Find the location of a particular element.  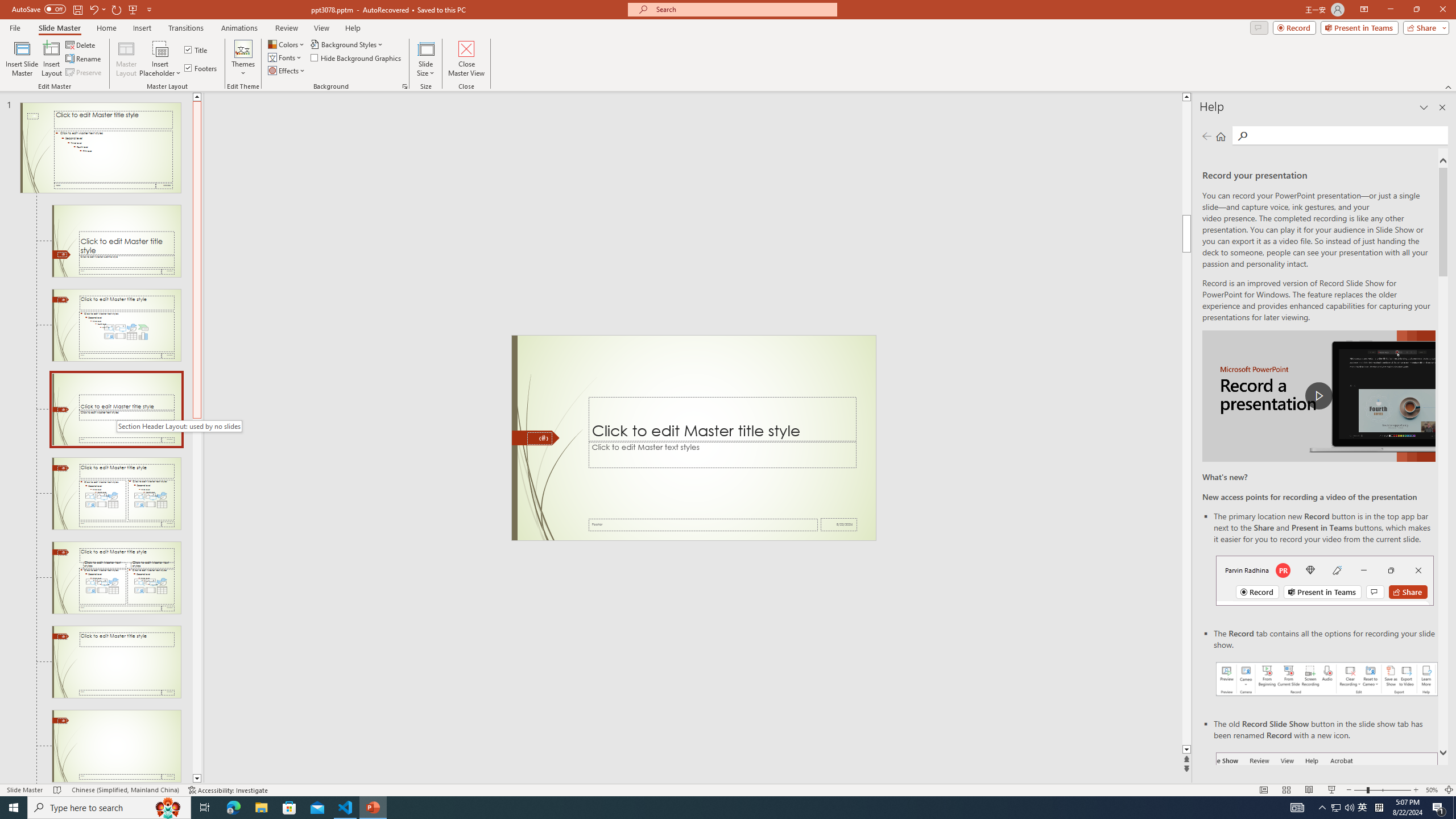

'Insert Layout' is located at coordinates (51, 59).